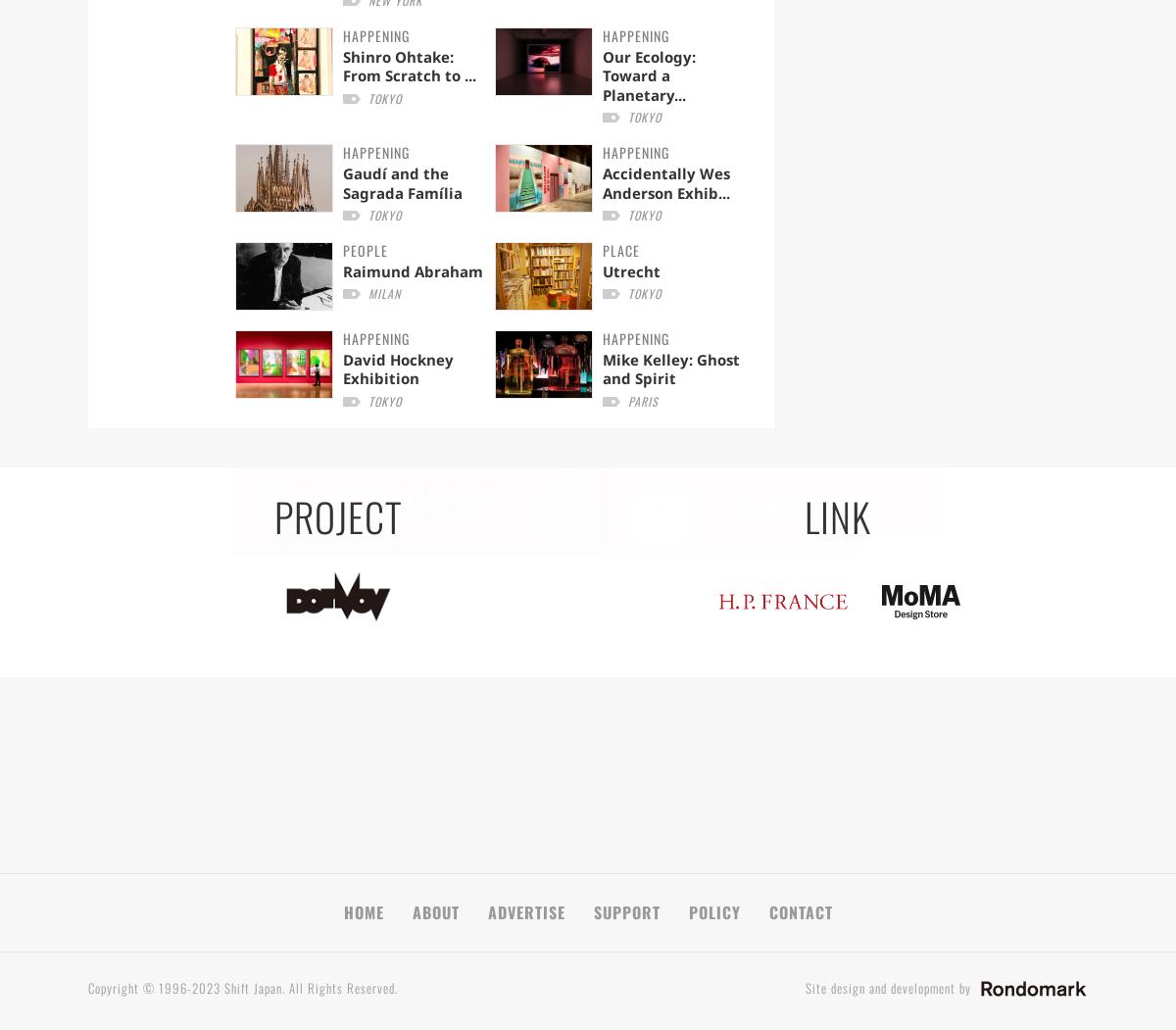  I want to click on 'paris', so click(643, 400).